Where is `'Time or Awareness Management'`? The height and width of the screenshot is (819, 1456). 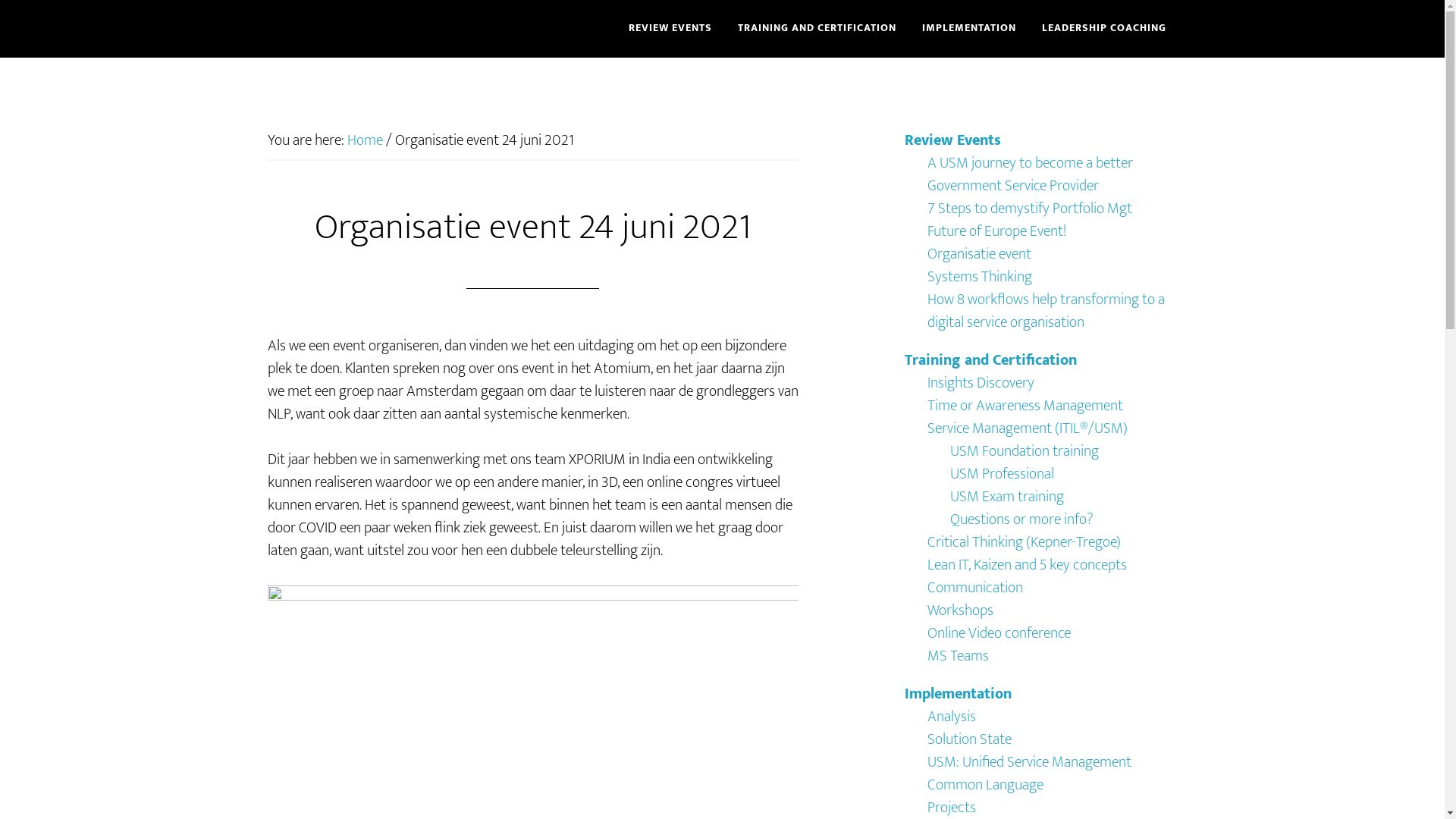 'Time or Awareness Management' is located at coordinates (1024, 405).